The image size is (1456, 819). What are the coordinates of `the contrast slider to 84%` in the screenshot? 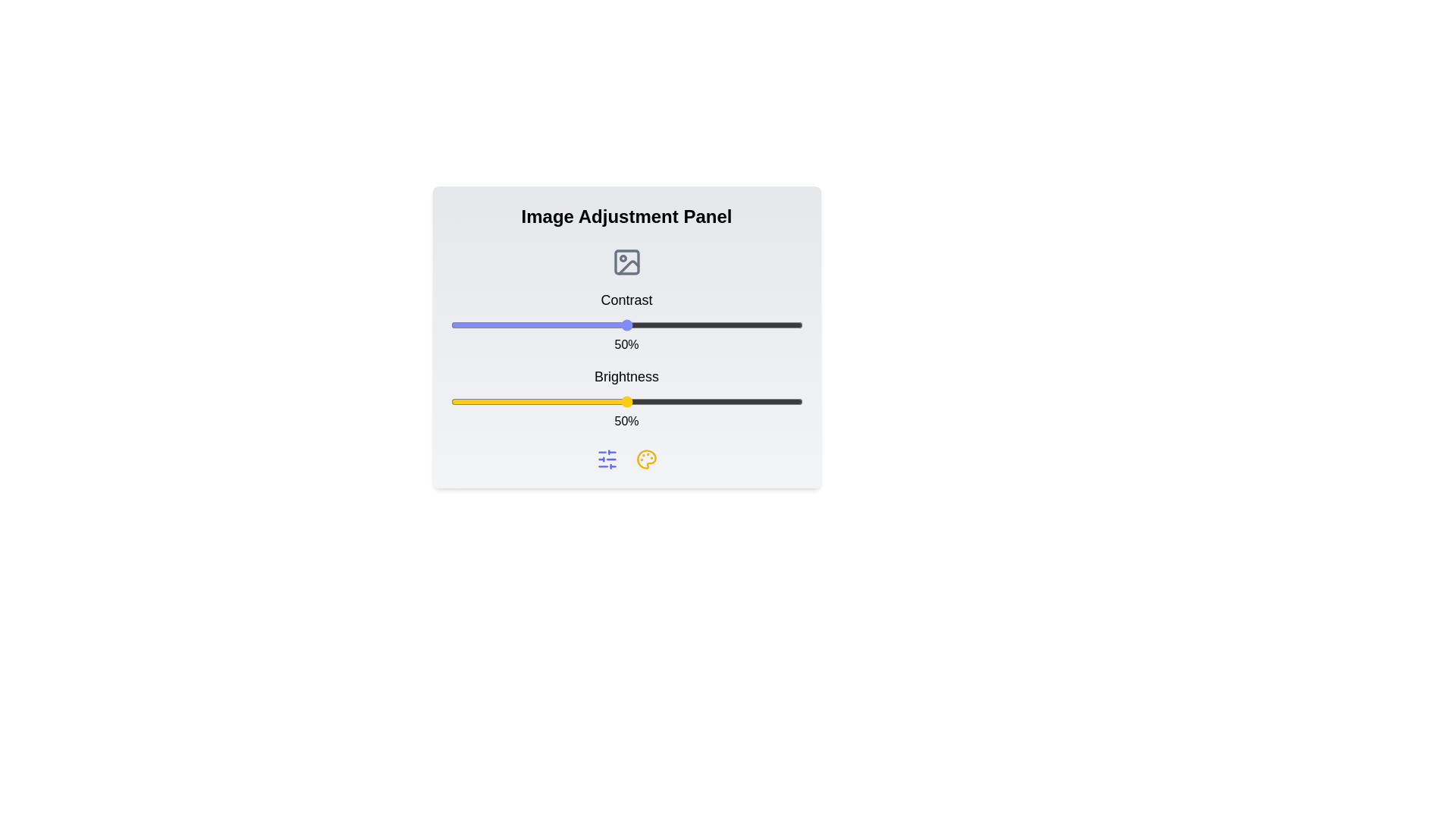 It's located at (746, 324).